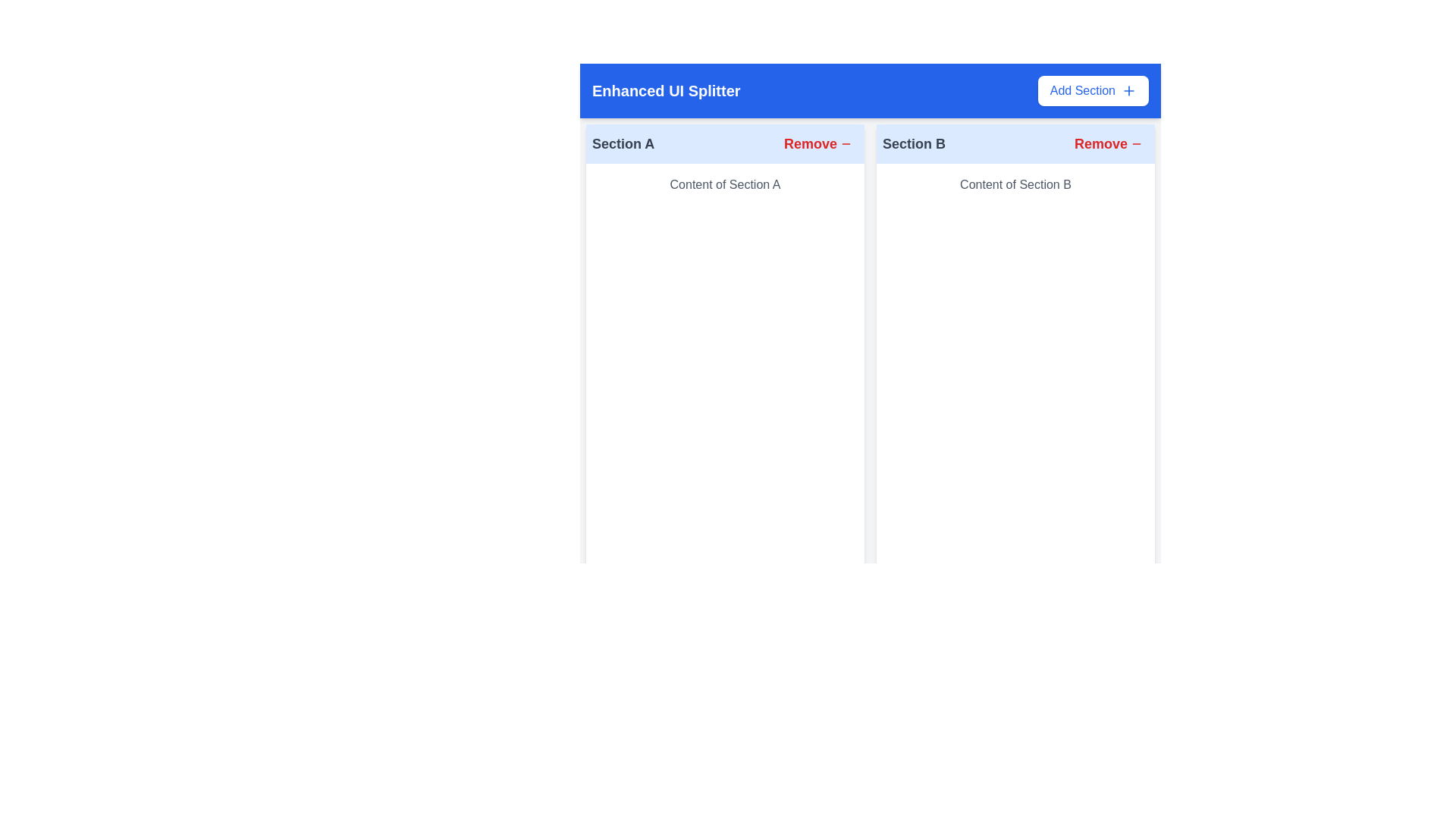 The image size is (1456, 819). What do you see at coordinates (1108, 143) in the screenshot?
I see `the delete button located in the upper-right corner of Section B to trigger hover effects` at bounding box center [1108, 143].